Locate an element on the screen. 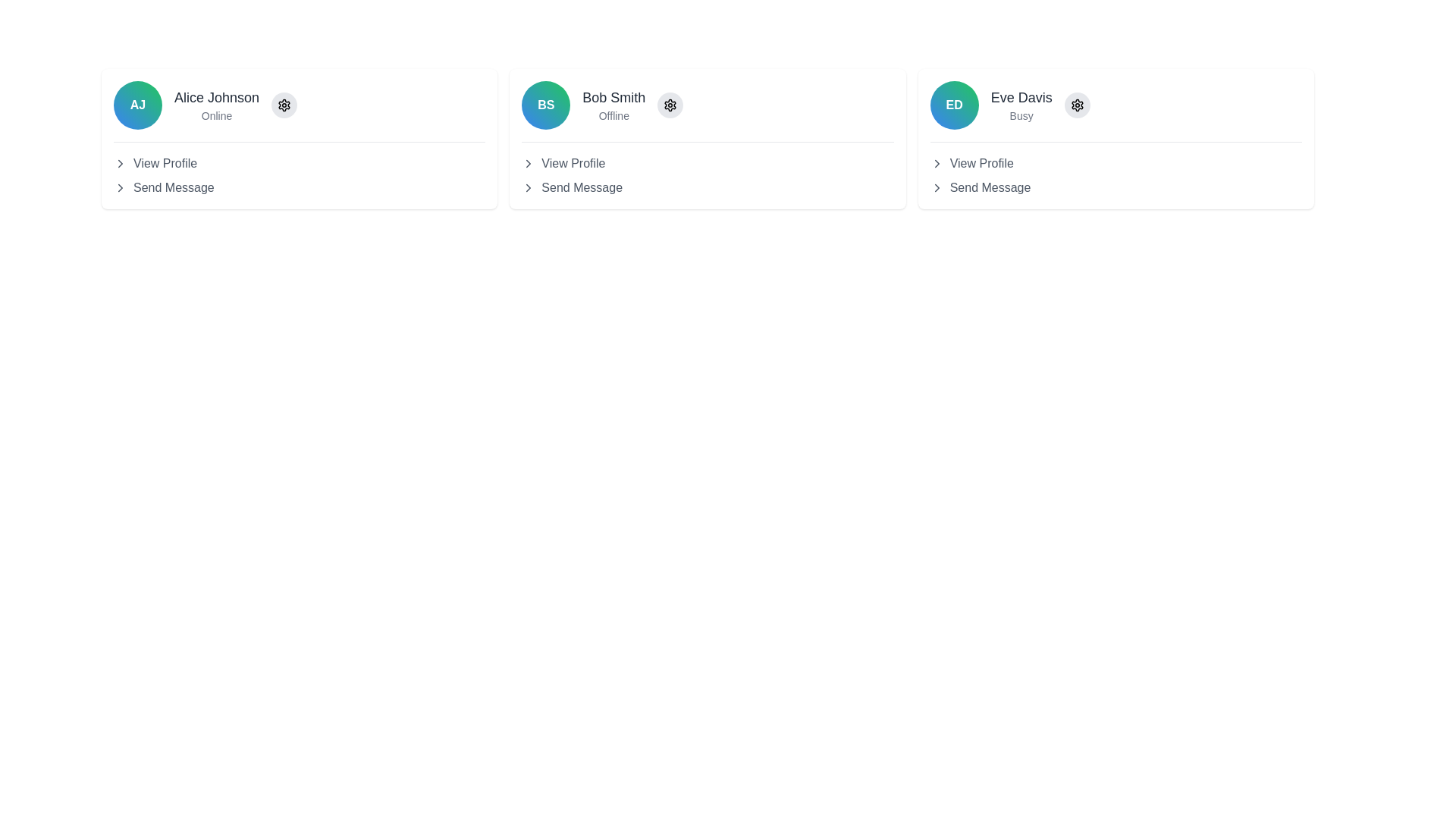  the gear-shaped settings icon located at the top-right corner of Bob Smith's profile card is located at coordinates (670, 104).